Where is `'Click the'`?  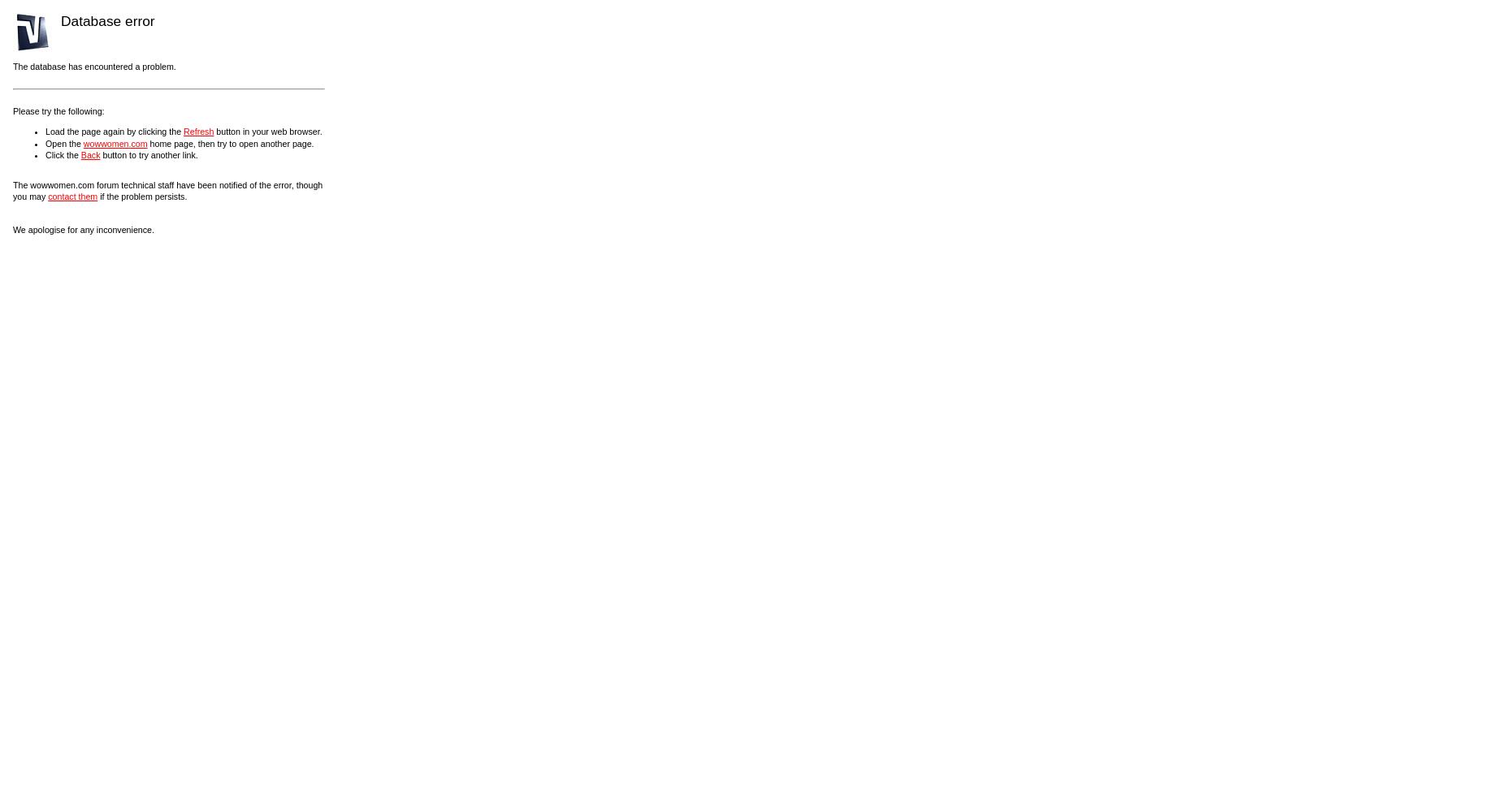
'Click the' is located at coordinates (62, 154).